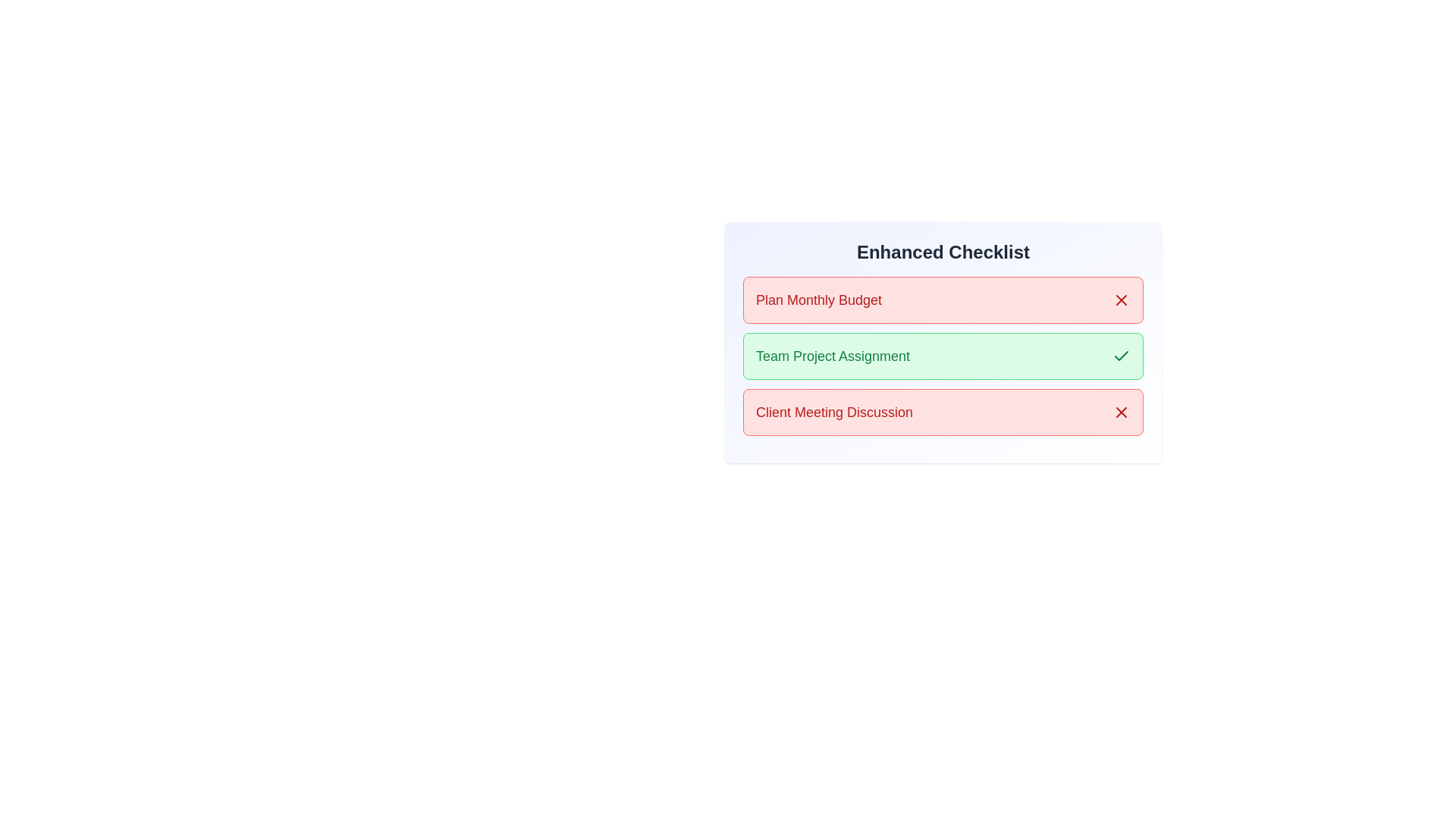  I want to click on the green checkmark icon that is part of the second item in the 'Enhanced Checklist' card, so click(1121, 356).